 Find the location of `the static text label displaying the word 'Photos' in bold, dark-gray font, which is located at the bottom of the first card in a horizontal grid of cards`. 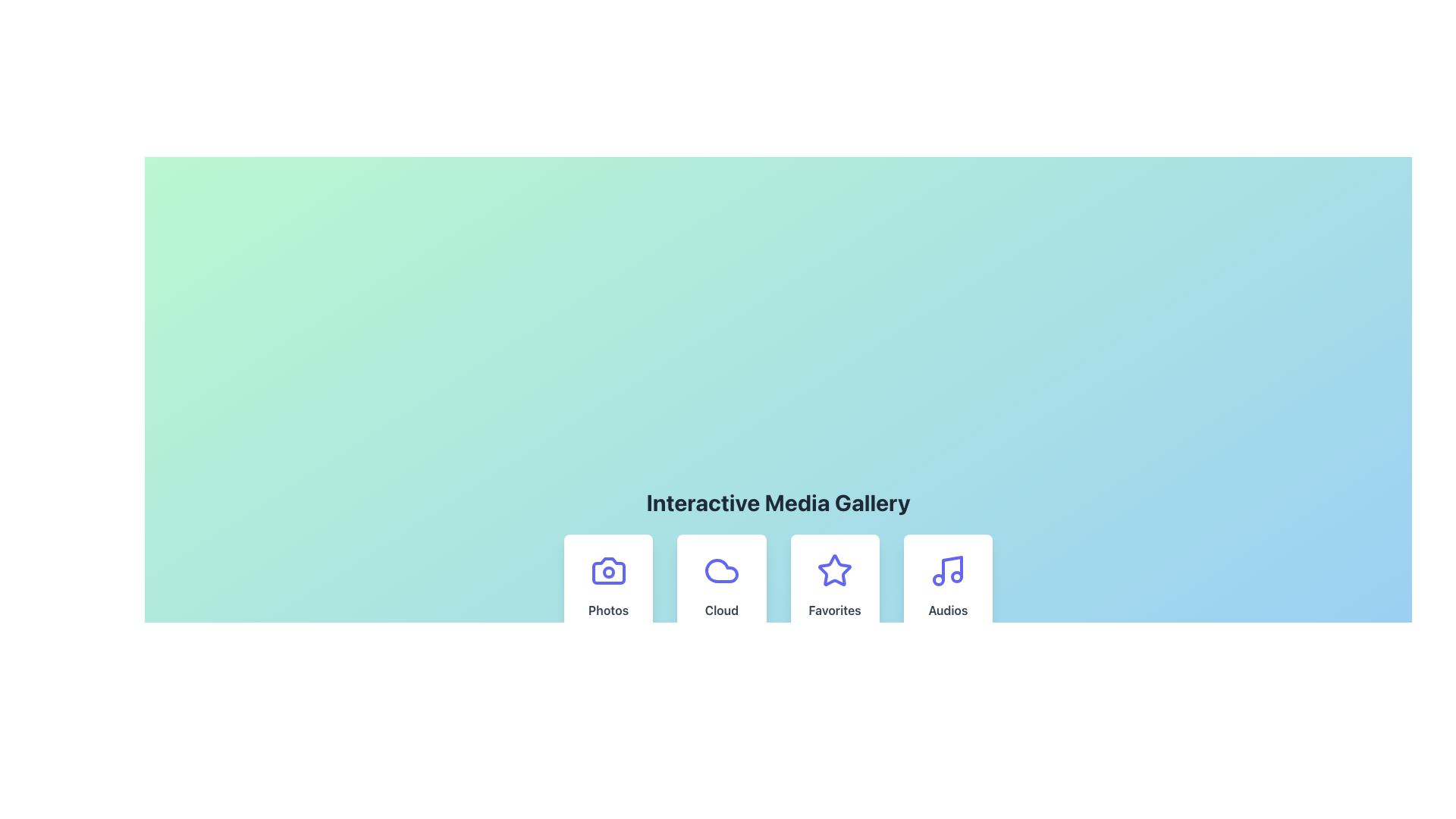

the static text label displaying the word 'Photos' in bold, dark-gray font, which is located at the bottom of the first card in a horizontal grid of cards is located at coordinates (608, 610).